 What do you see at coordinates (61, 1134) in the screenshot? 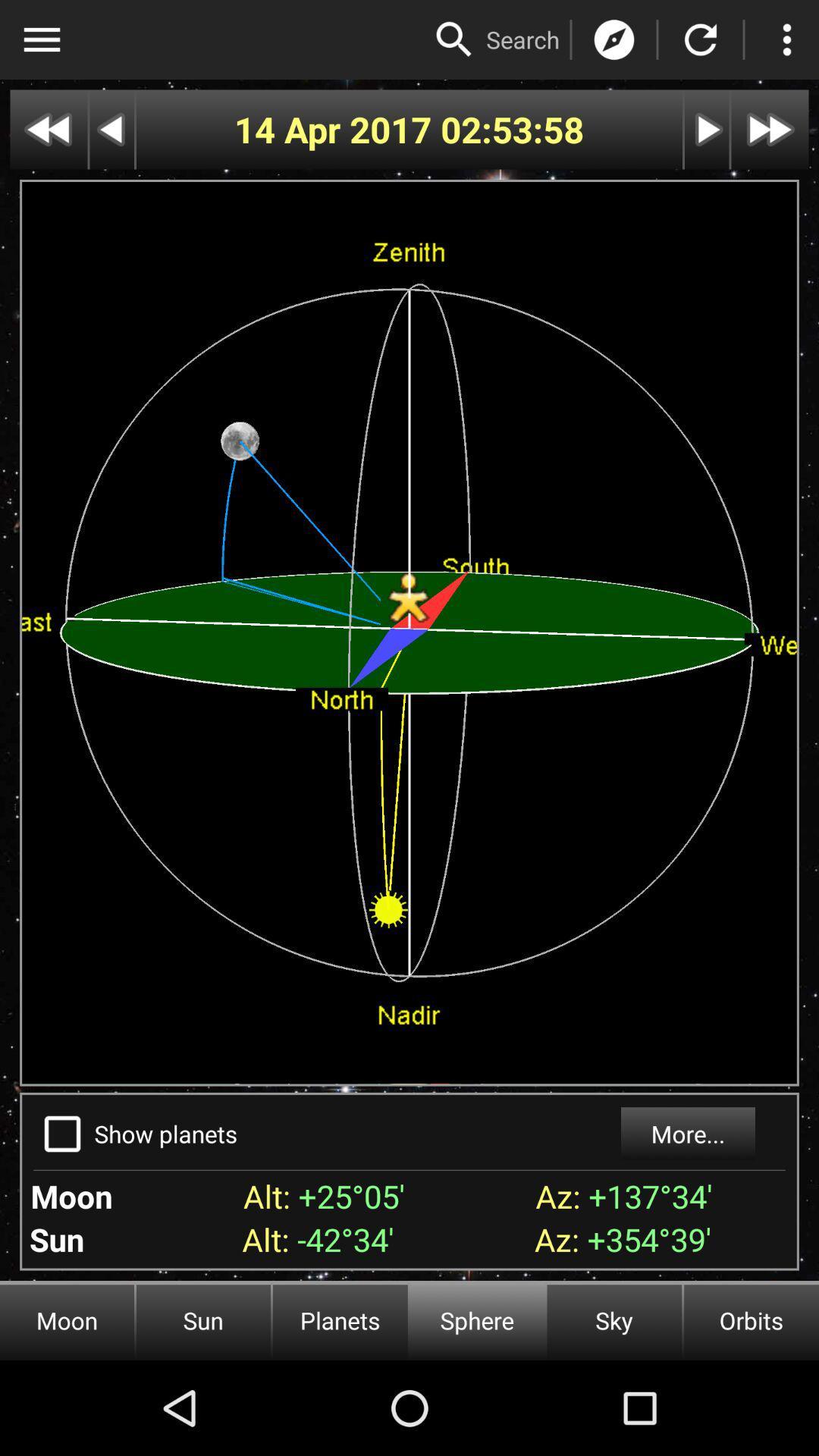
I see `the icon to the left of show planets` at bounding box center [61, 1134].